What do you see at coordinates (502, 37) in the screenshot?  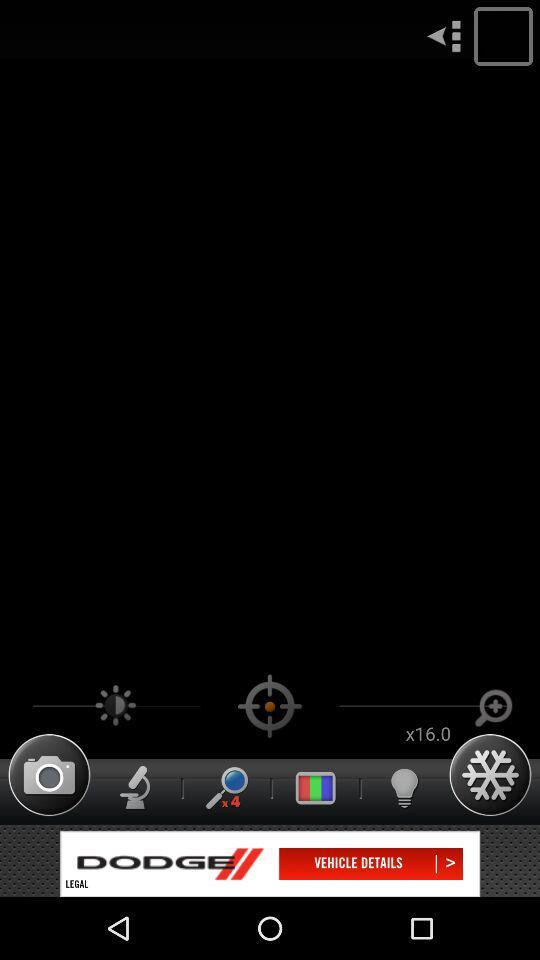 I see `the location icon` at bounding box center [502, 37].